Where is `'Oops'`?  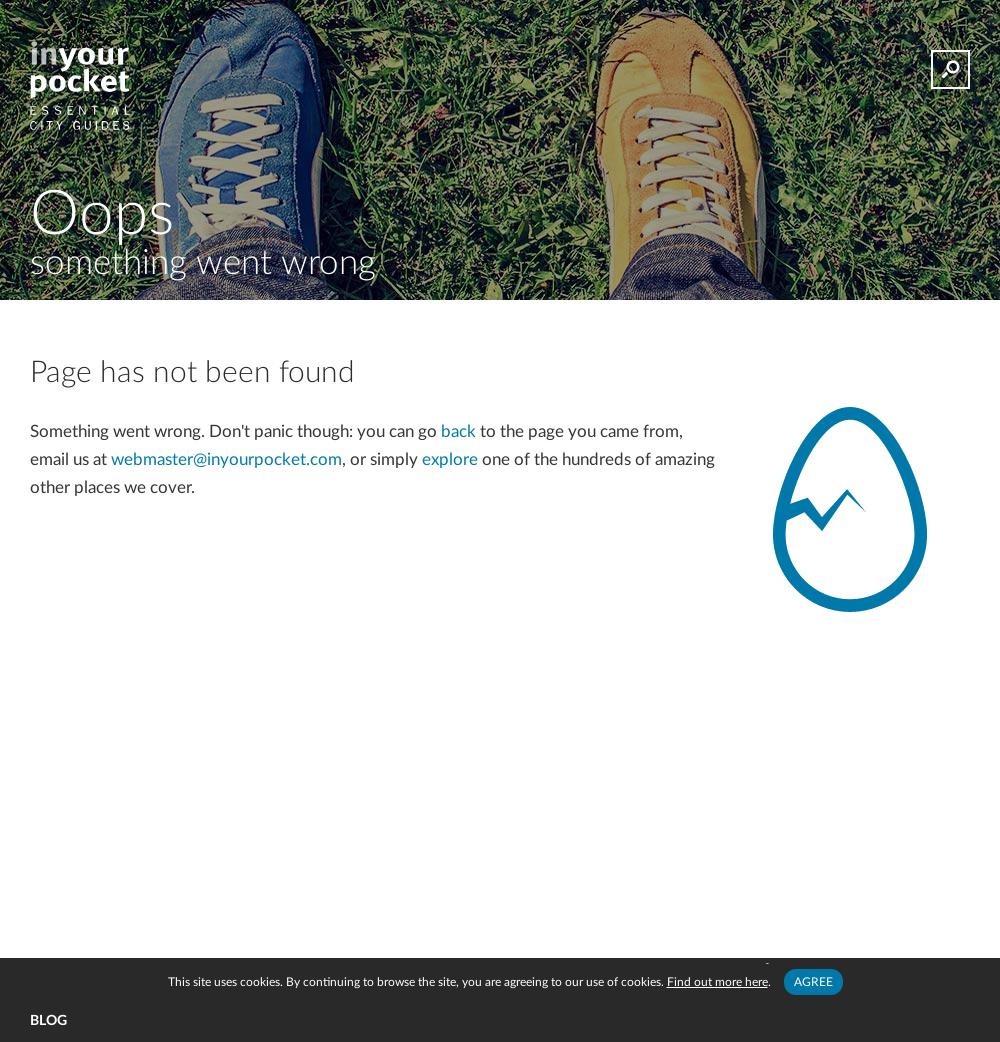 'Oops' is located at coordinates (30, 213).